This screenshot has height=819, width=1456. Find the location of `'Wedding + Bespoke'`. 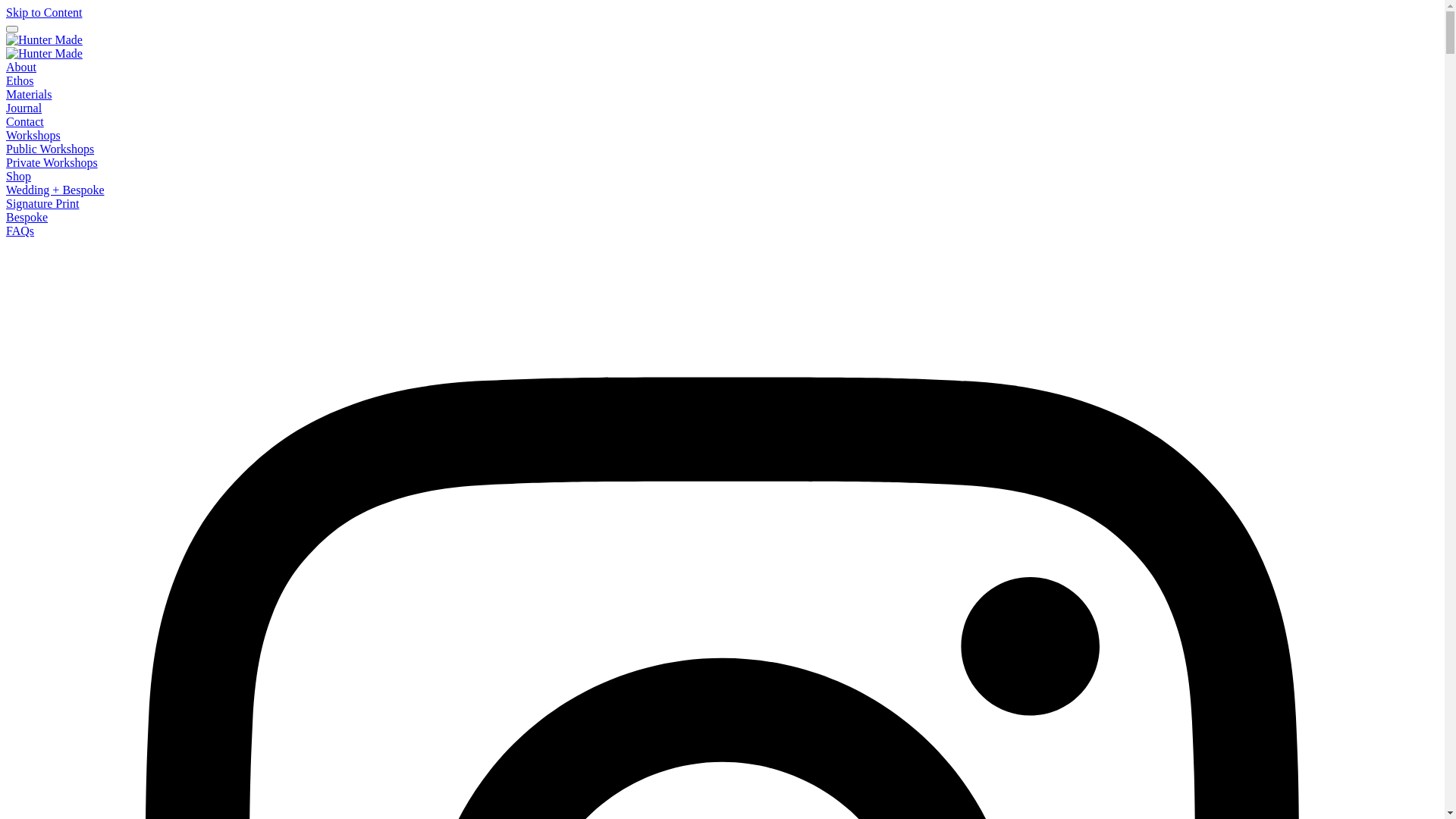

'Wedding + Bespoke' is located at coordinates (55, 189).